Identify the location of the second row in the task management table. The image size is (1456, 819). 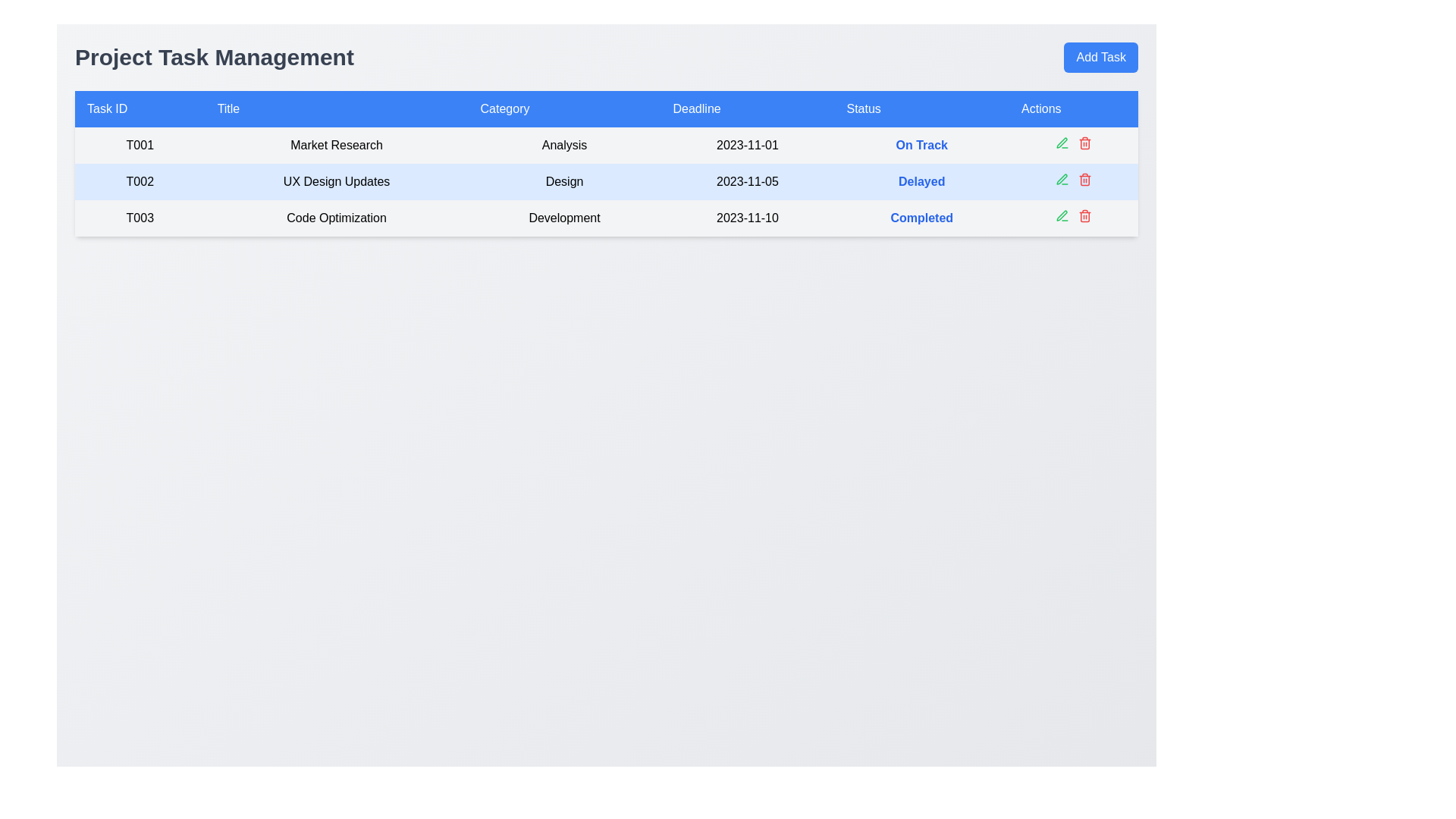
(607, 180).